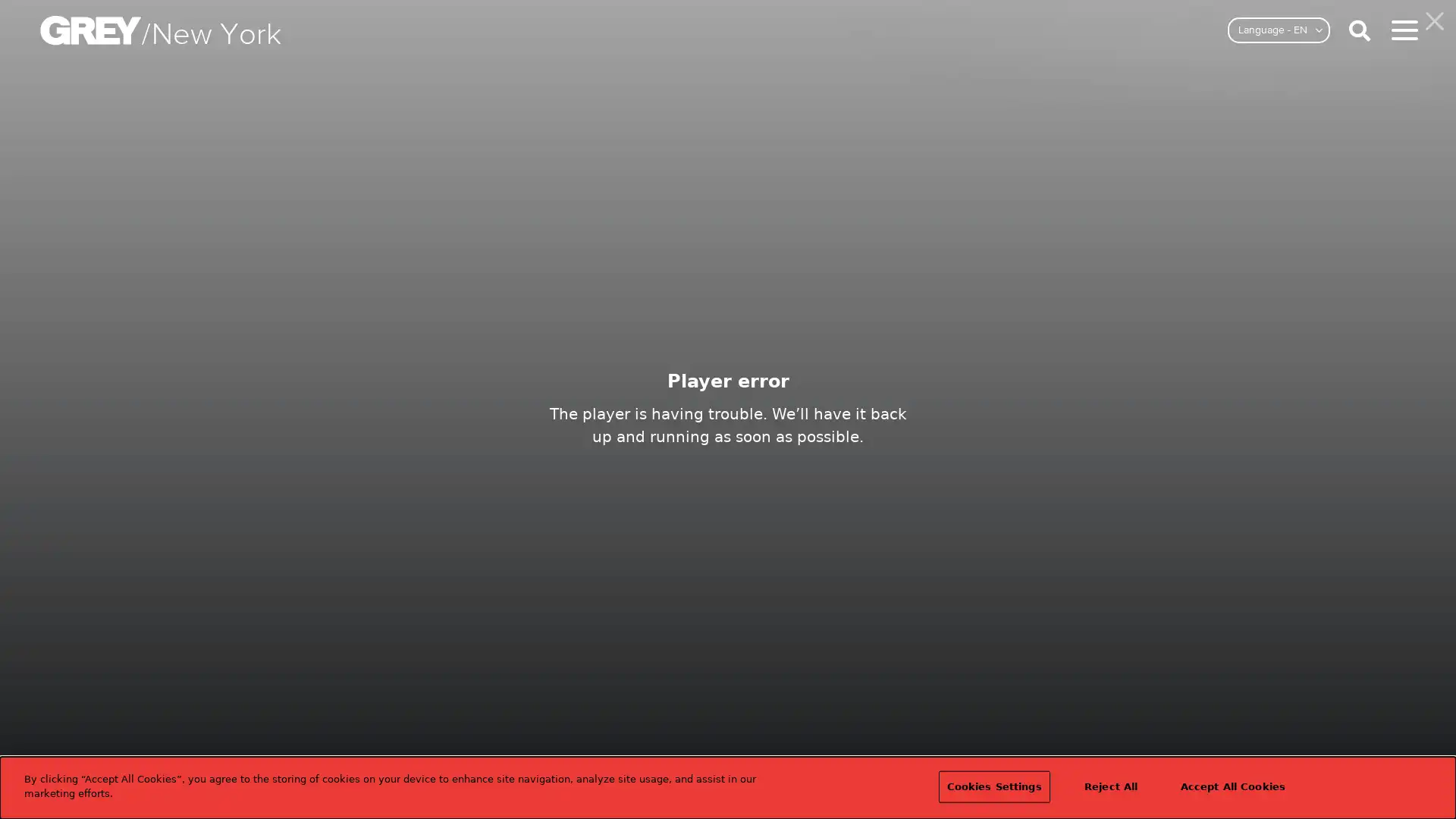 This screenshot has width=1456, height=819. I want to click on Accept All Cookies, so click(1232, 786).